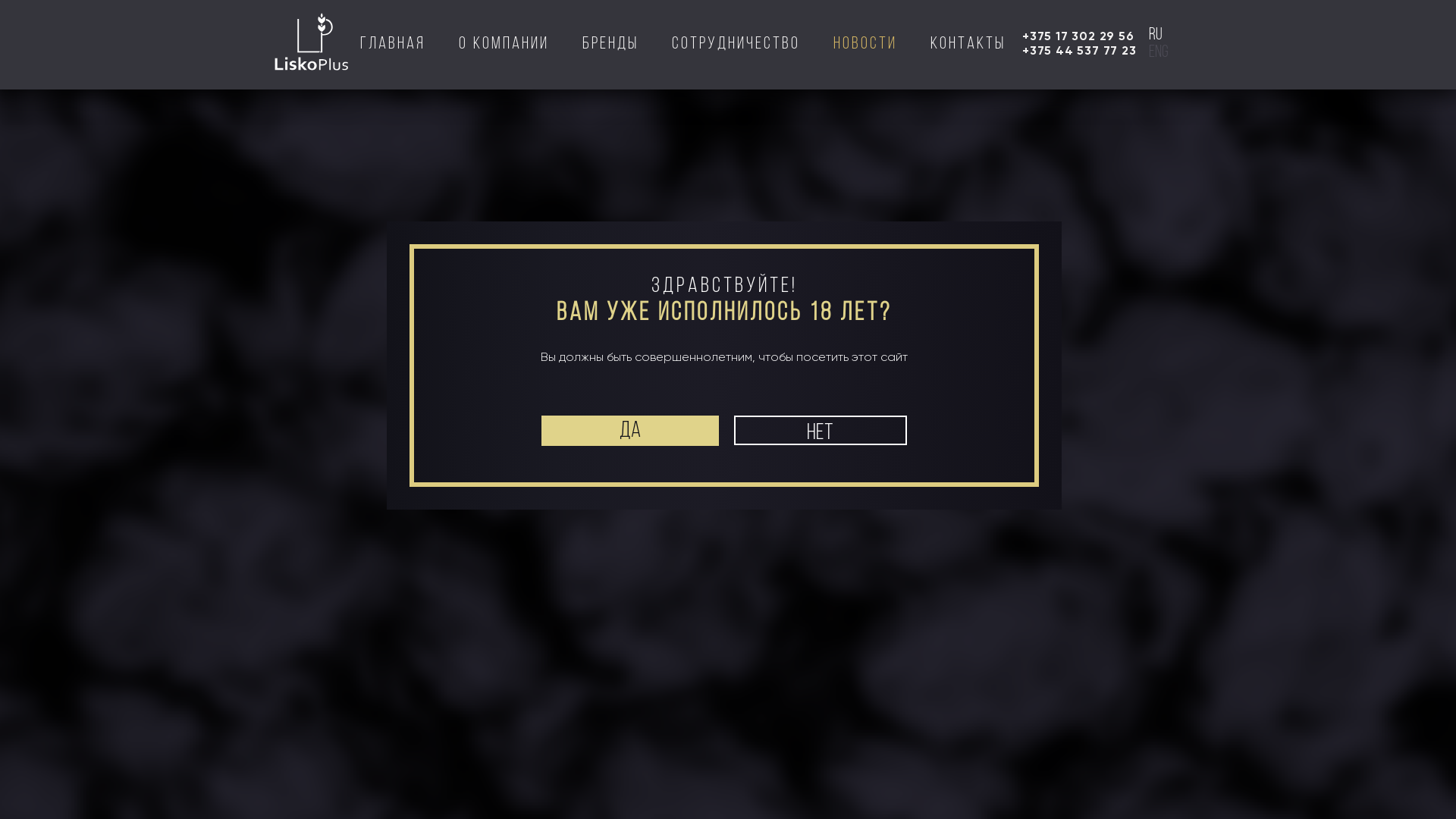 Image resolution: width=1456 pixels, height=819 pixels. What do you see at coordinates (1337, 60) in the screenshot?
I see `'ENG'` at bounding box center [1337, 60].